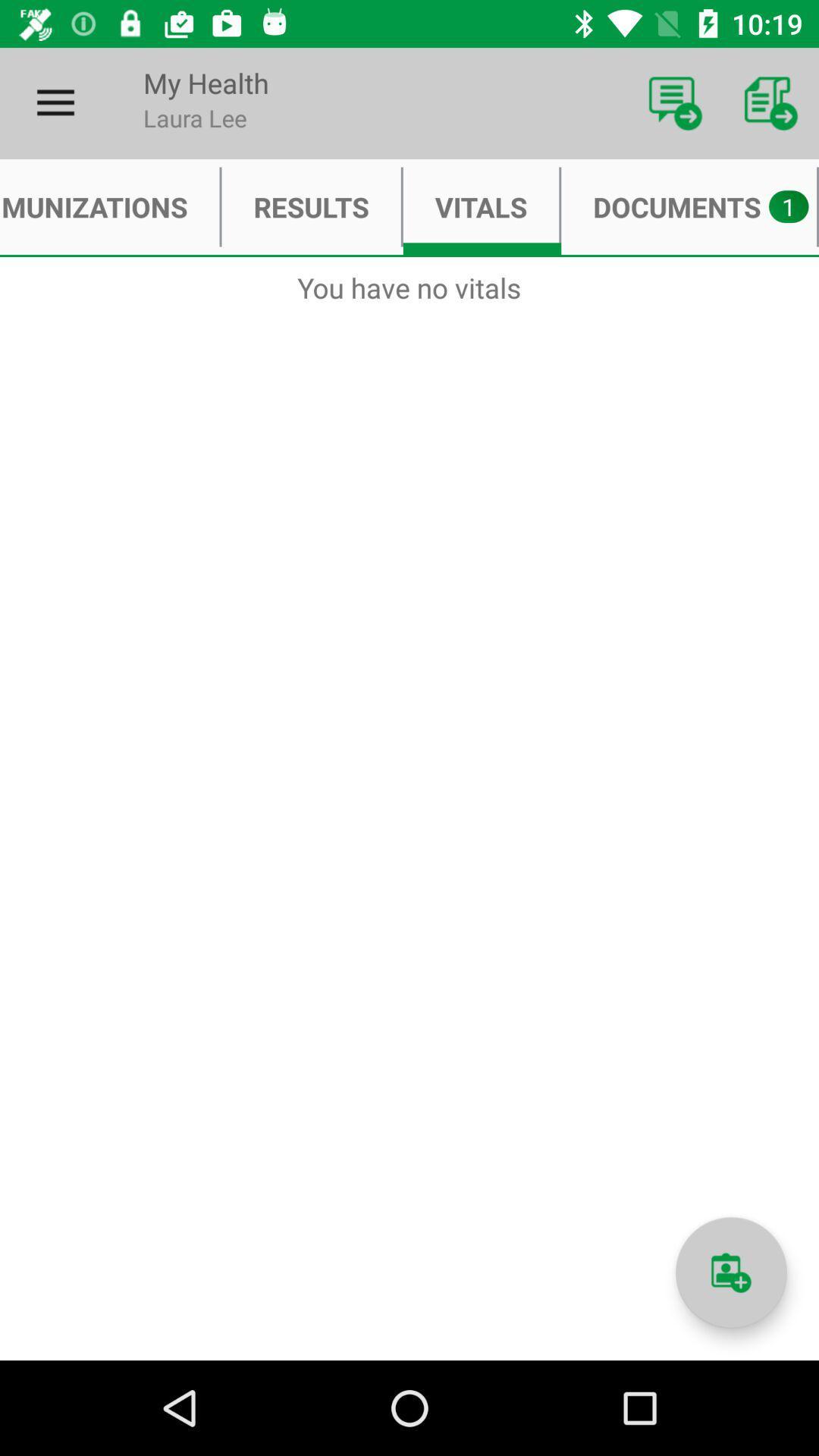 The height and width of the screenshot is (1456, 819). I want to click on item to the right of the my health icon, so click(675, 102).